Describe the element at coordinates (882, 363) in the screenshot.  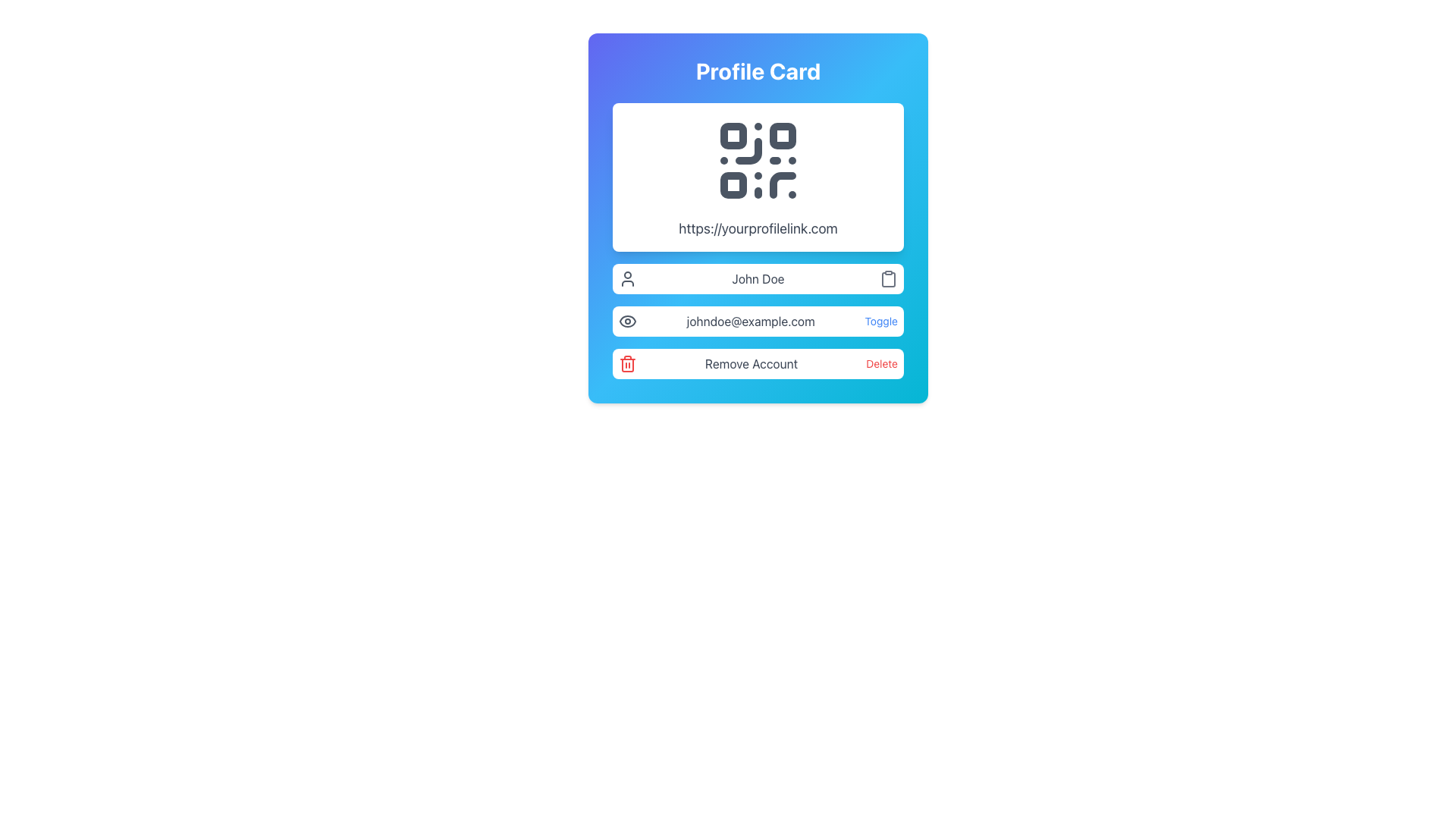
I see `the clickable label on the right side of the 'Remove Account' bar` at that location.